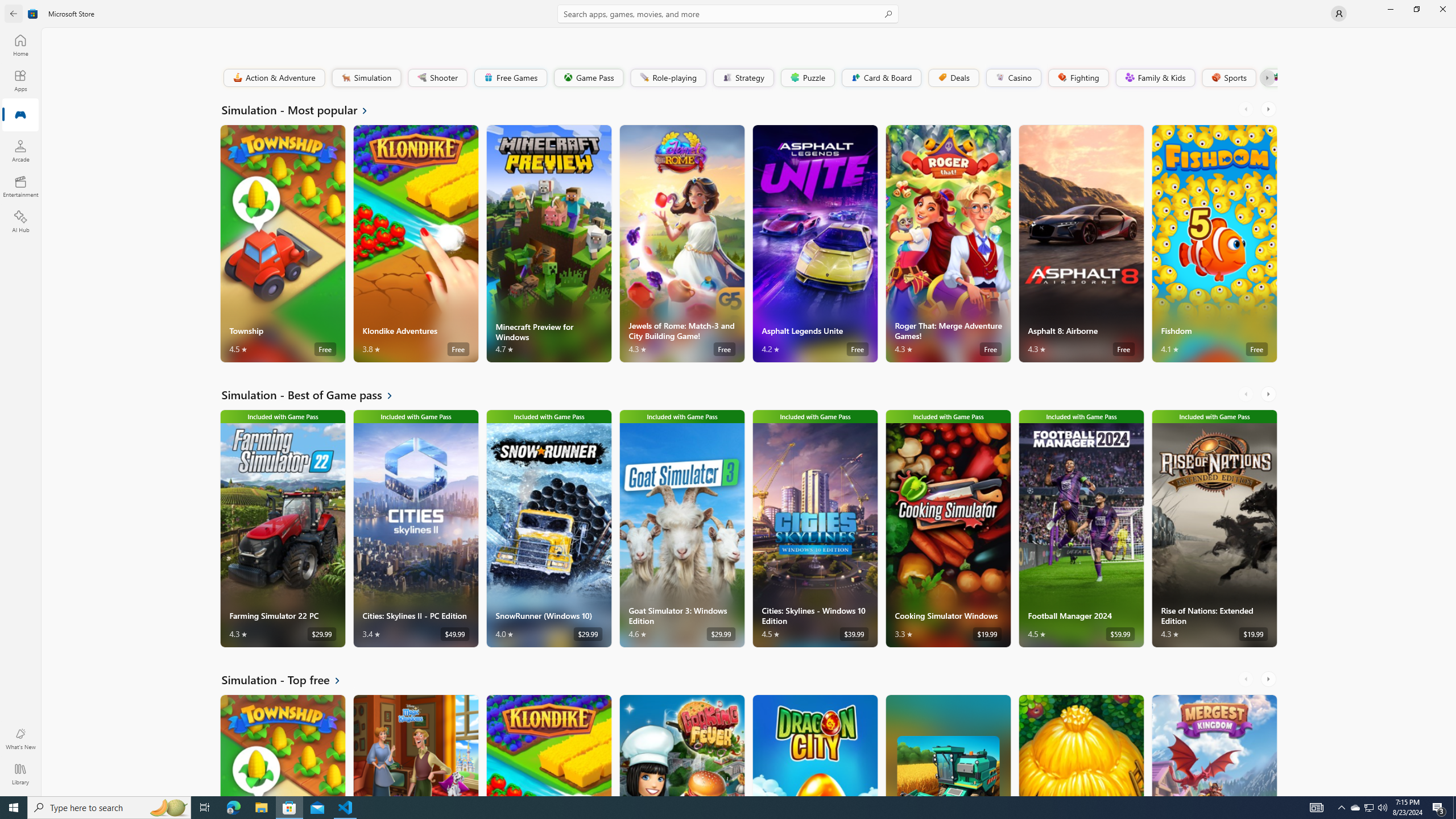  What do you see at coordinates (1442, 9) in the screenshot?
I see `'Close Microsoft Store'` at bounding box center [1442, 9].